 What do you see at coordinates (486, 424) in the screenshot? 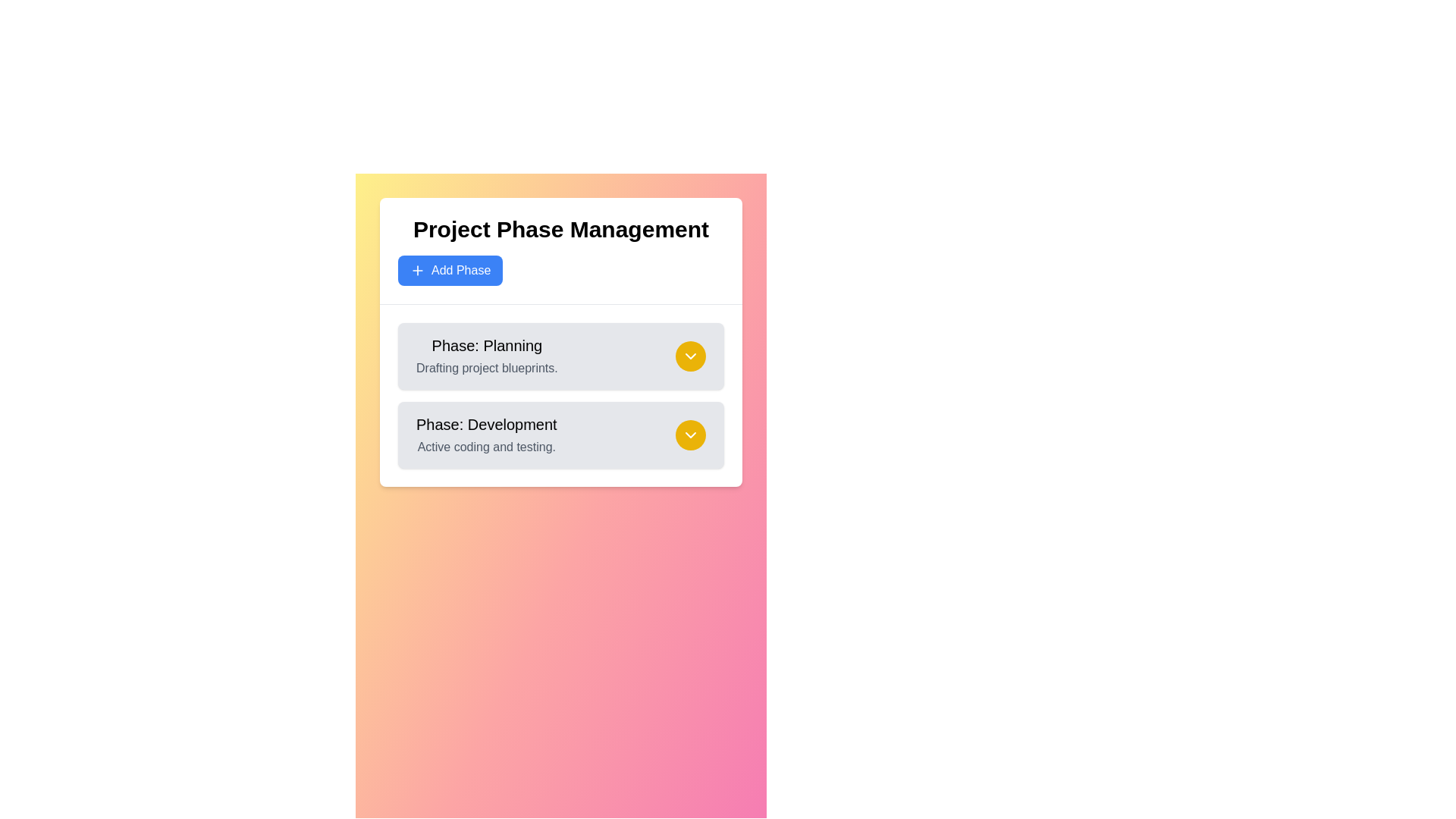
I see `the text label displaying 'Phase: Development', which is prominently shown in bold and larger font style, located in the center-right section of the interface beneath the 'Phase: Planning' section` at bounding box center [486, 424].